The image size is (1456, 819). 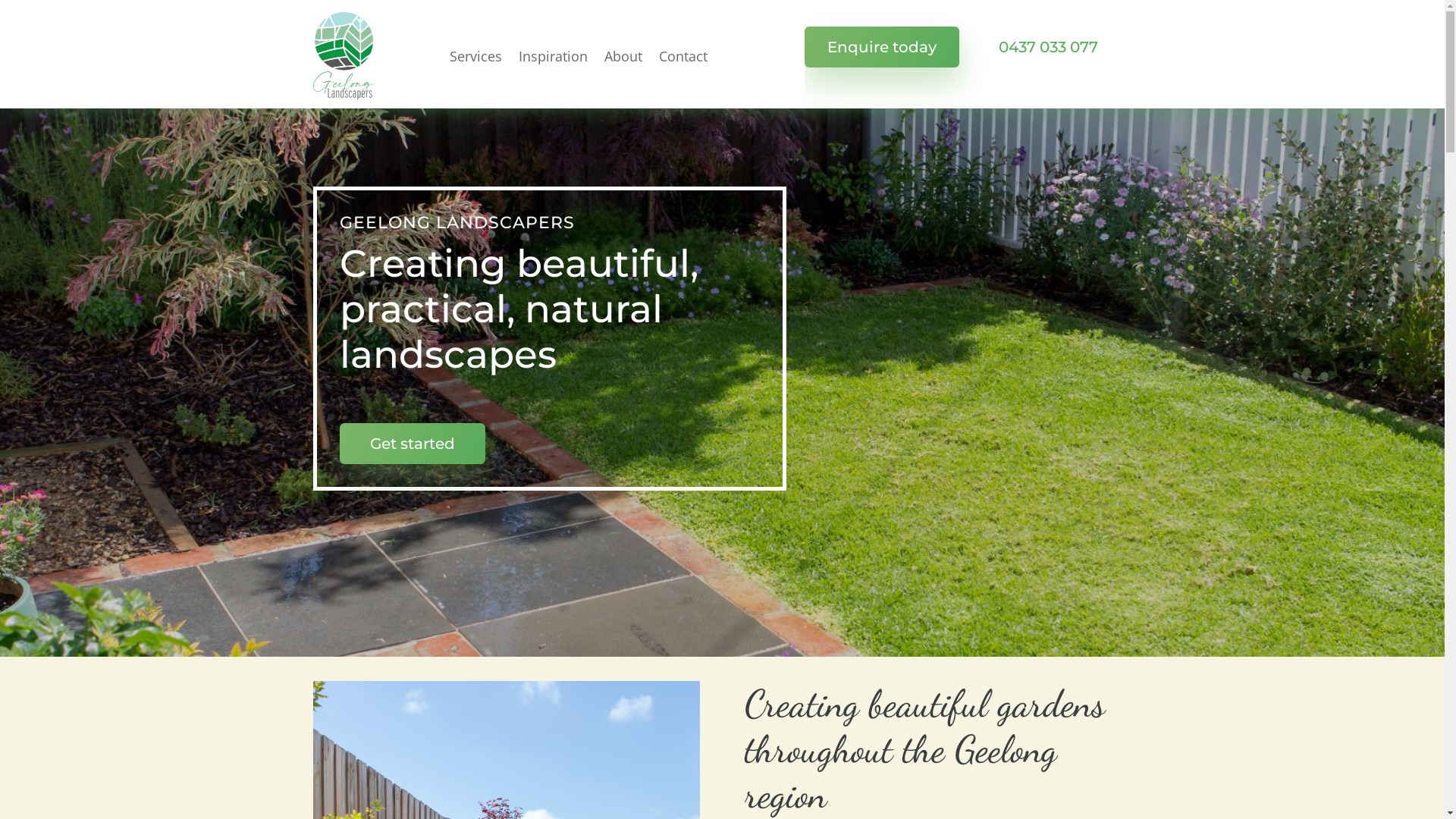 I want to click on 'About', so click(x=622, y=55).